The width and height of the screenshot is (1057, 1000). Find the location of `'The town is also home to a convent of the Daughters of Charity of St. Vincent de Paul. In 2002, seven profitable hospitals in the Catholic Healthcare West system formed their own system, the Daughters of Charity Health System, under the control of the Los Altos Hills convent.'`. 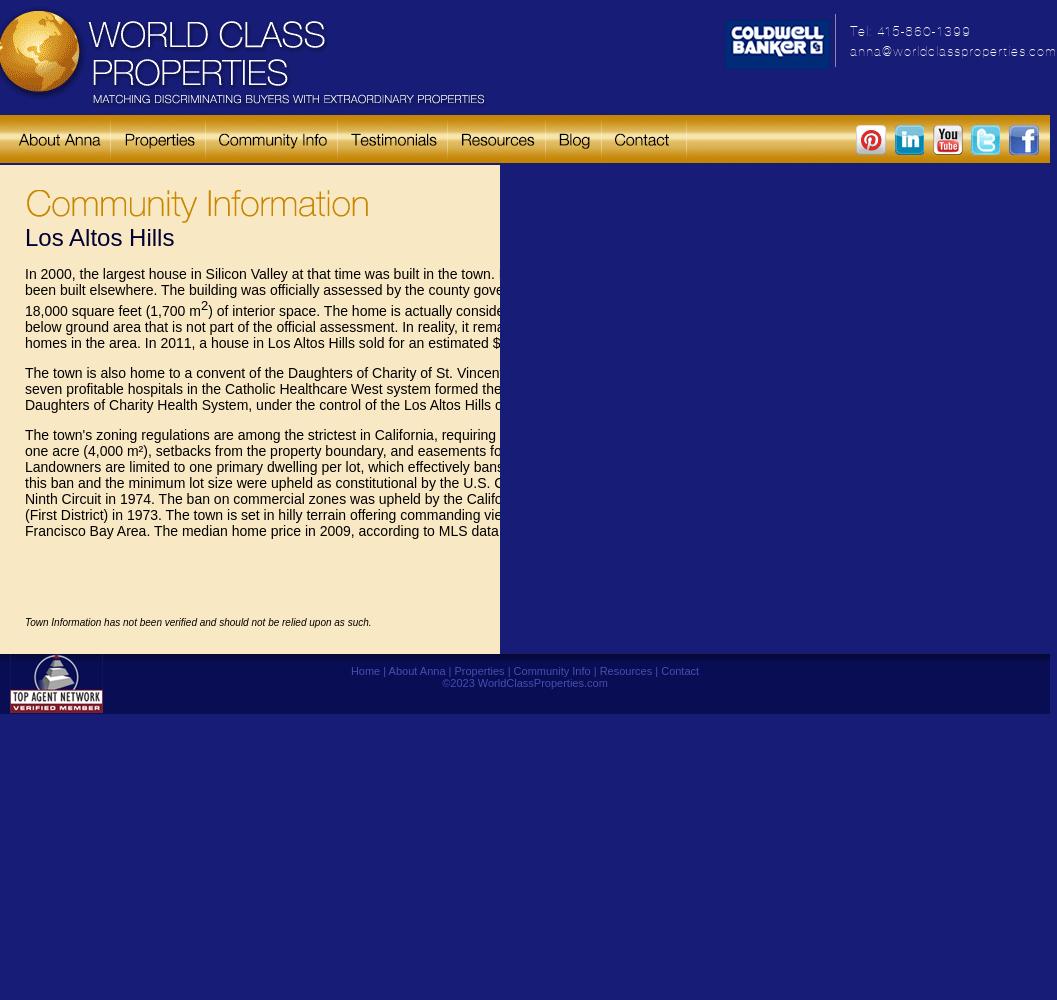

'The town is also home to a convent of the Daughters of Charity of St. Vincent de Paul. In 2002, seven profitable hospitals in the Catholic Healthcare West system formed their own system, the Daughters of Charity Health System, under the control of the Los Altos Hills convent.' is located at coordinates (319, 388).